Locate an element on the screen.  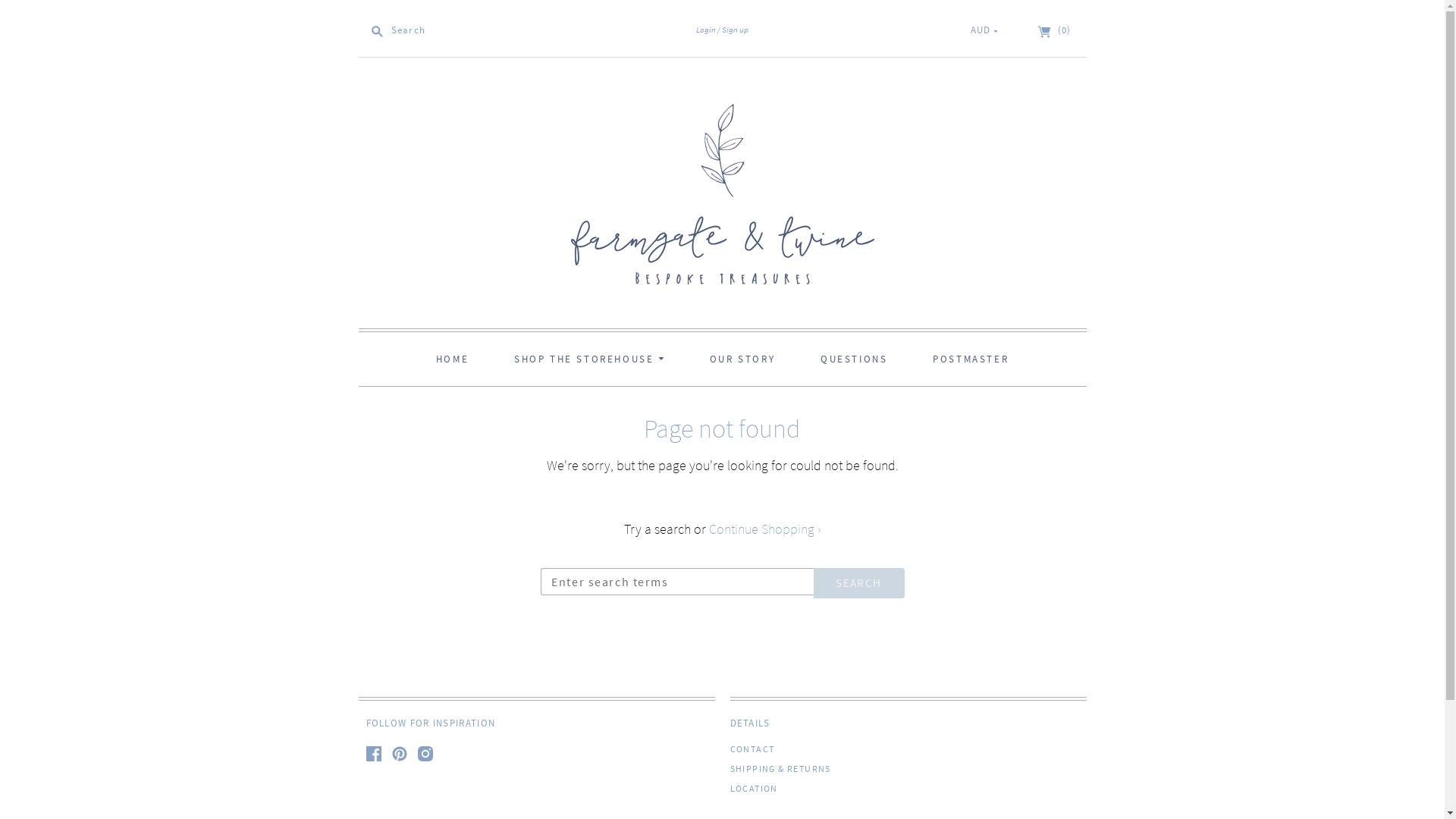
'Login' is located at coordinates (705, 29).